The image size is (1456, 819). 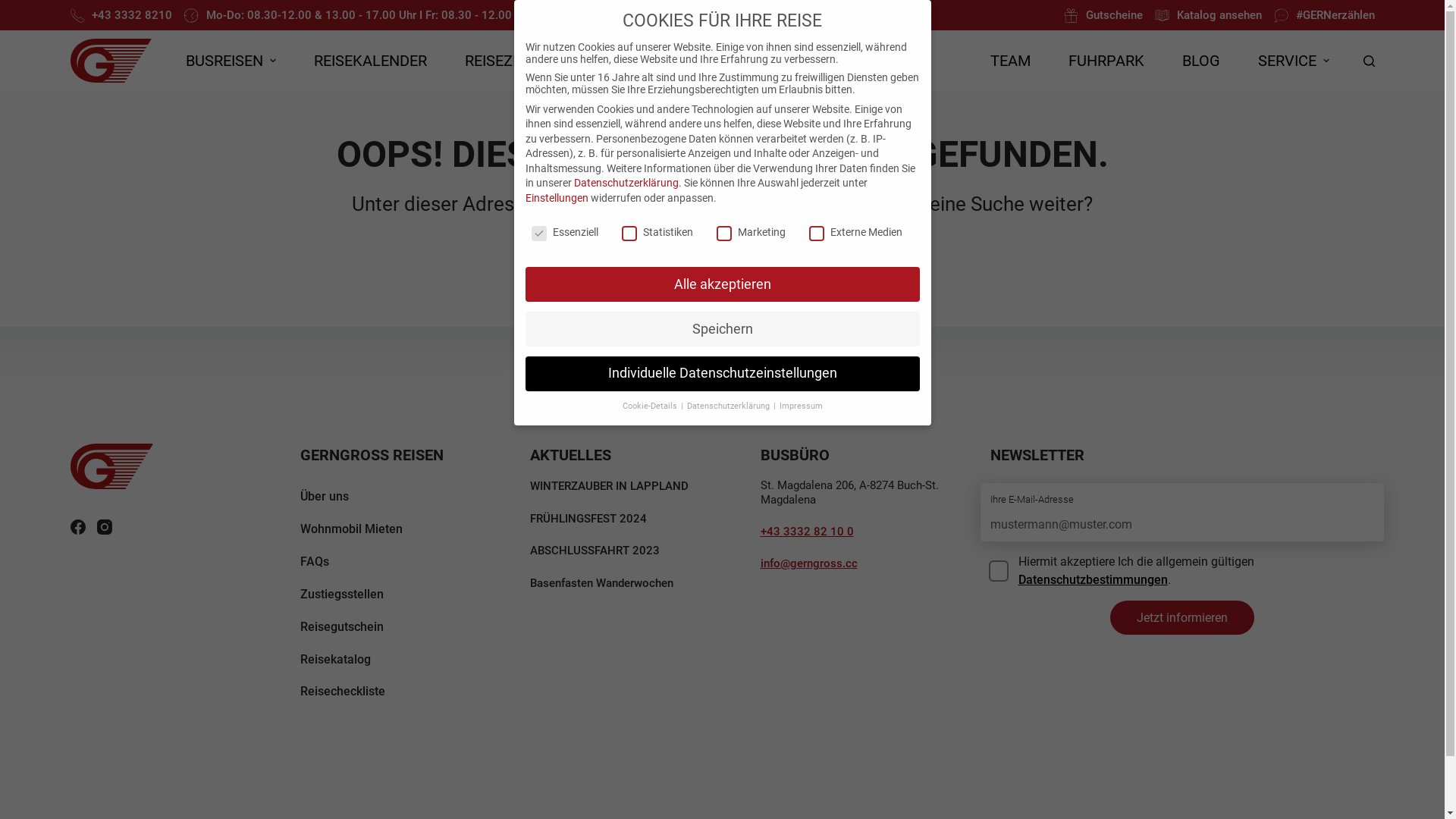 I want to click on 'REISEZIELE', so click(x=445, y=60).